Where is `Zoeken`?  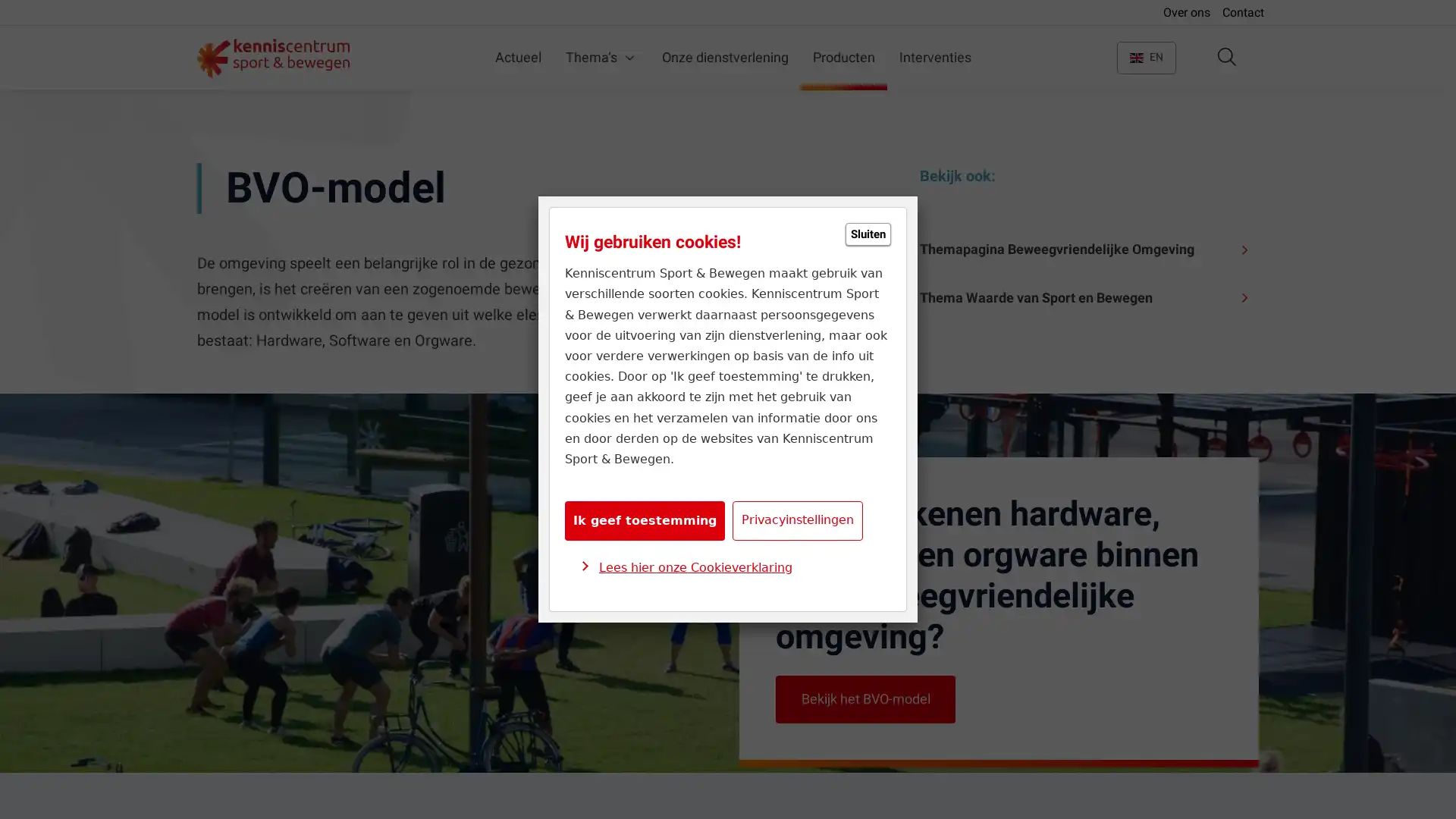 Zoeken is located at coordinates (1226, 57).